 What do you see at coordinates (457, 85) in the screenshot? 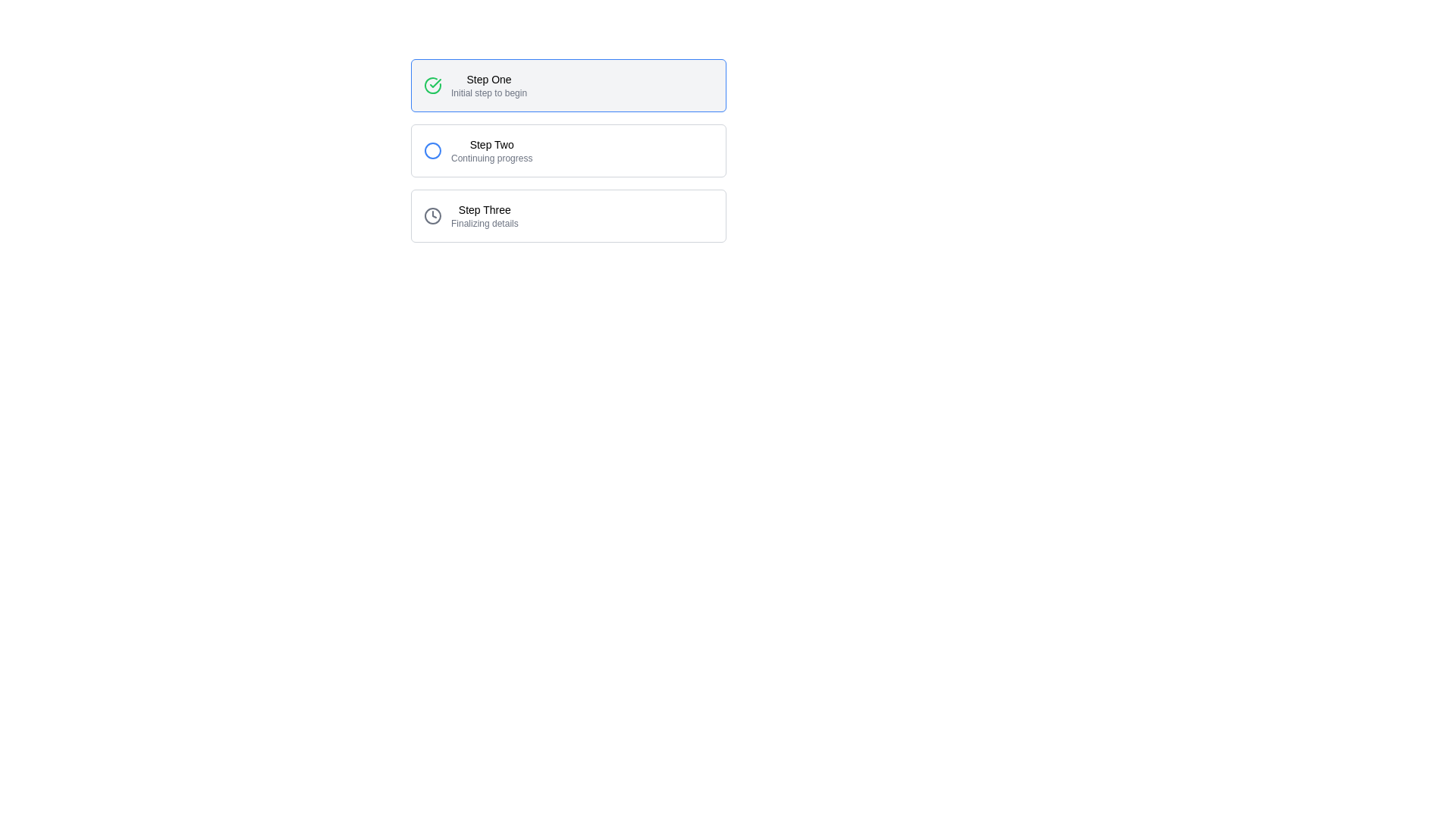
I see `the check icon located to the left of the Text Block that displays the title and description of the first step in the multi-step process interface` at bounding box center [457, 85].